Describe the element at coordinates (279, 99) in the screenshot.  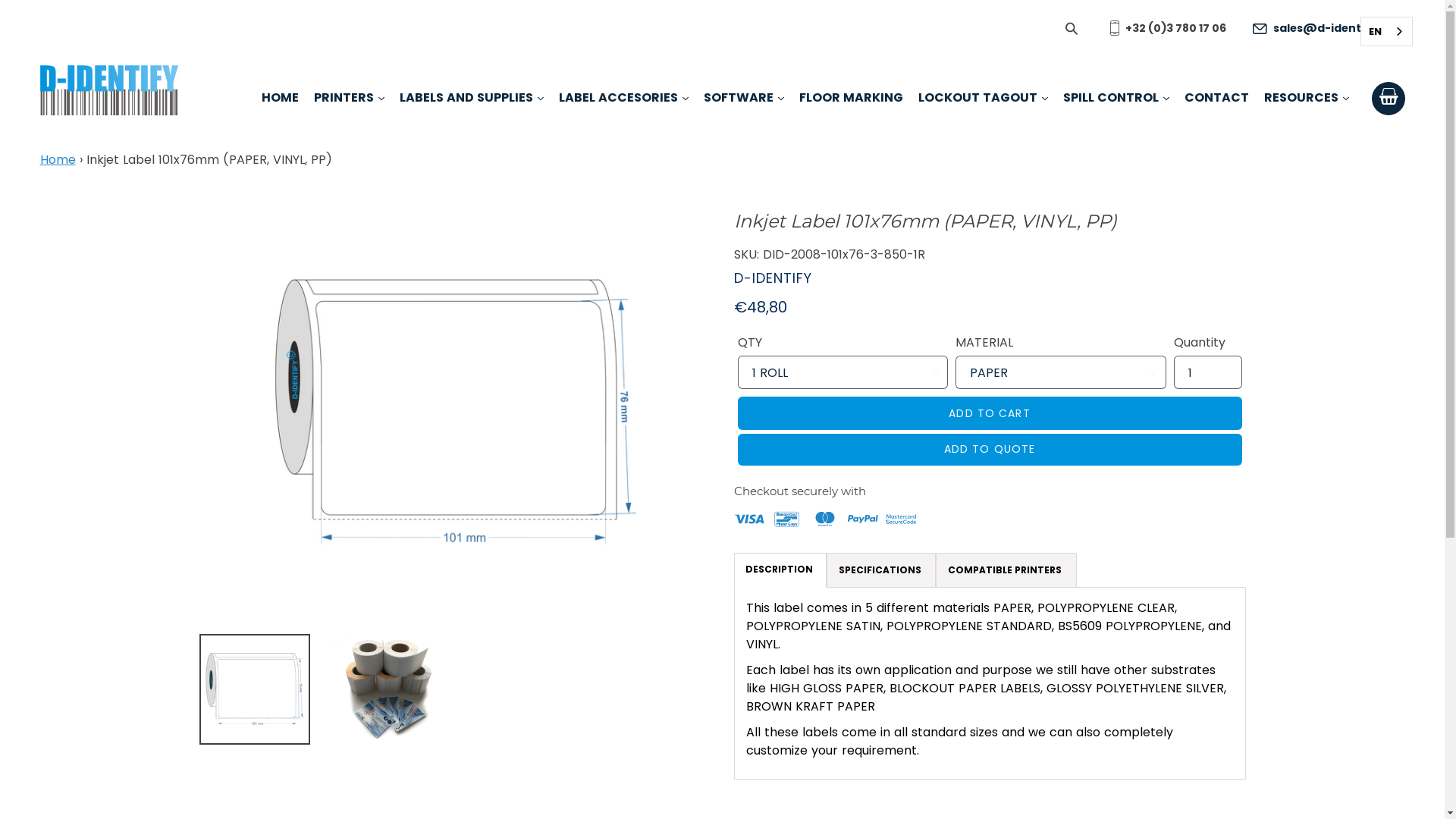
I see `'HOME'` at that location.